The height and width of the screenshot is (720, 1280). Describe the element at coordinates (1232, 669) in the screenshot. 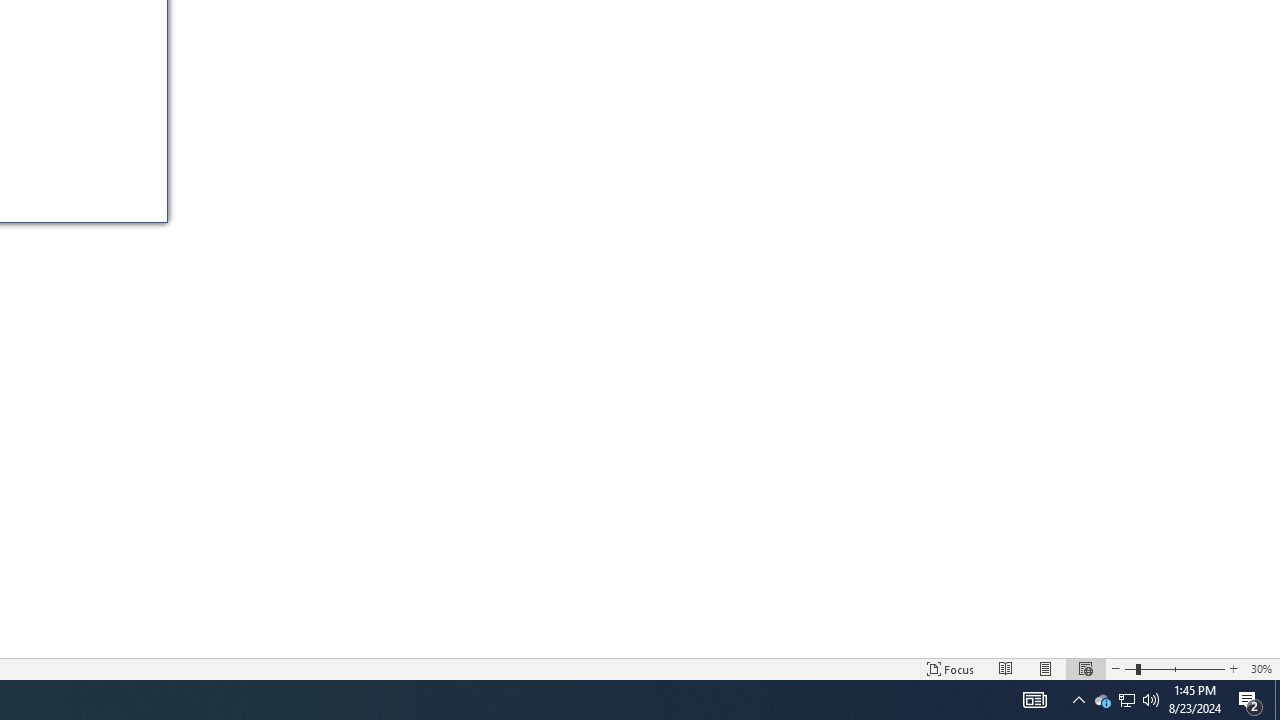

I see `'Zoom In'` at that location.